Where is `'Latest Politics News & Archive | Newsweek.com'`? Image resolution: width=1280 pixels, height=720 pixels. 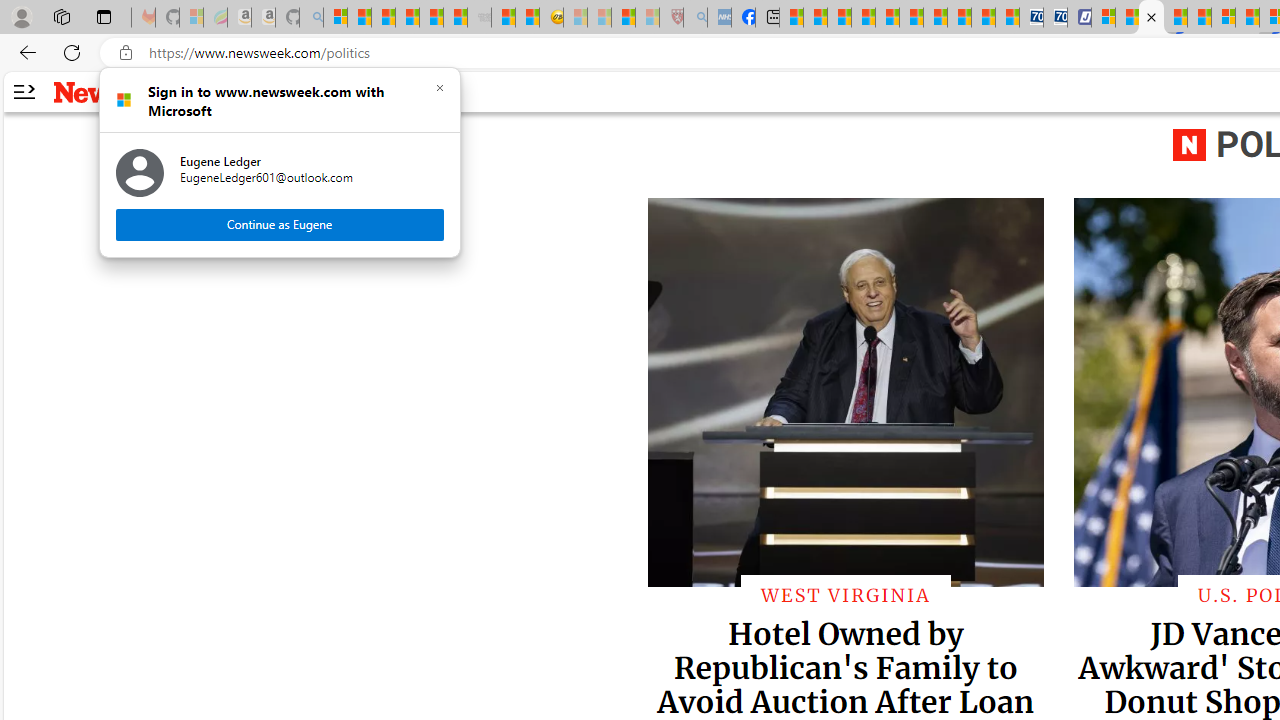
'Latest Politics News & Archive | Newsweek.com' is located at coordinates (1152, 17).